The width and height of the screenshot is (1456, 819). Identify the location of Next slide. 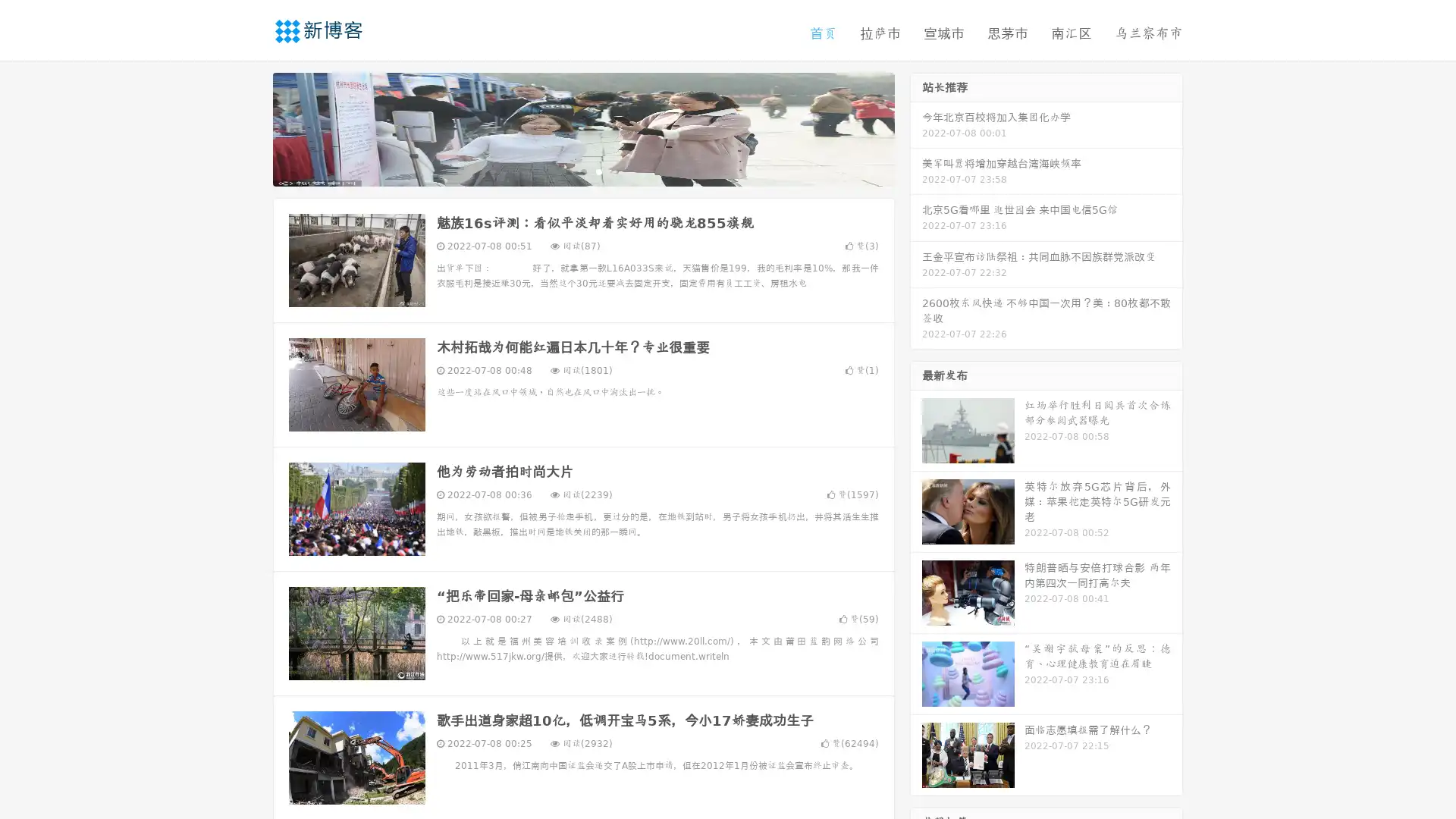
(916, 127).